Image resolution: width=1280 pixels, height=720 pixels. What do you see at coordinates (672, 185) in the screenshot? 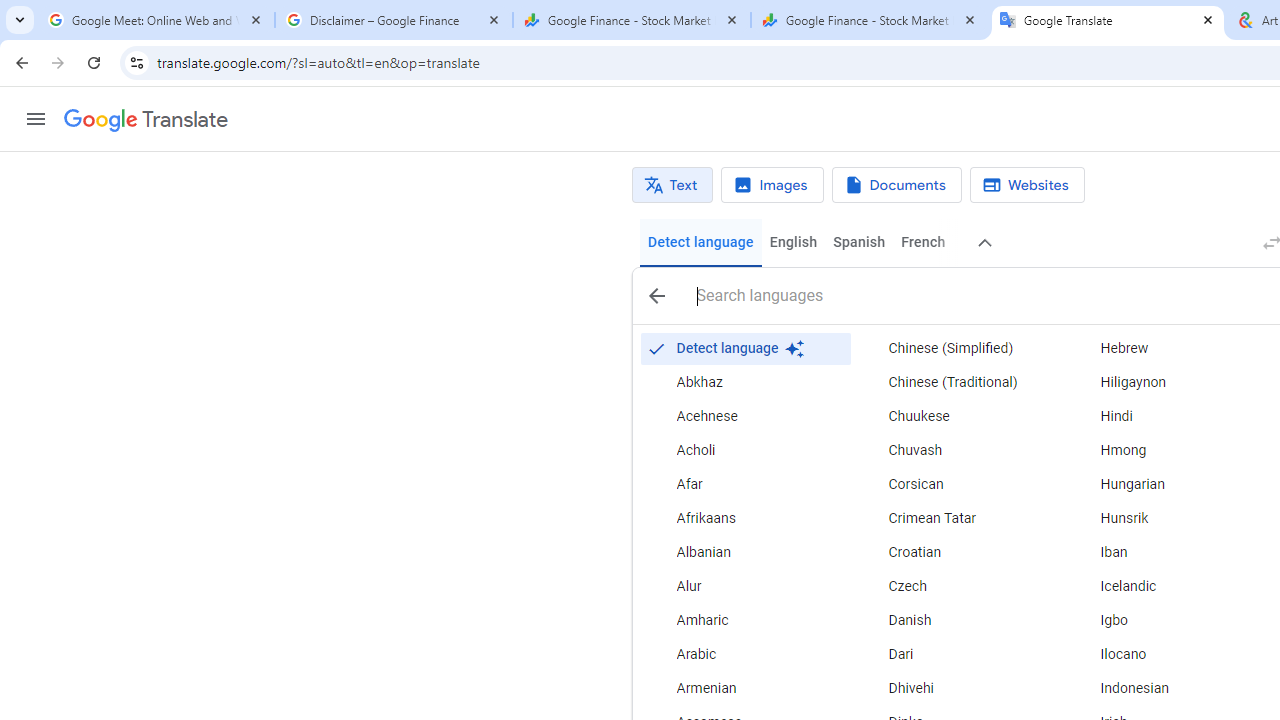
I see `'Text translation'` at bounding box center [672, 185].